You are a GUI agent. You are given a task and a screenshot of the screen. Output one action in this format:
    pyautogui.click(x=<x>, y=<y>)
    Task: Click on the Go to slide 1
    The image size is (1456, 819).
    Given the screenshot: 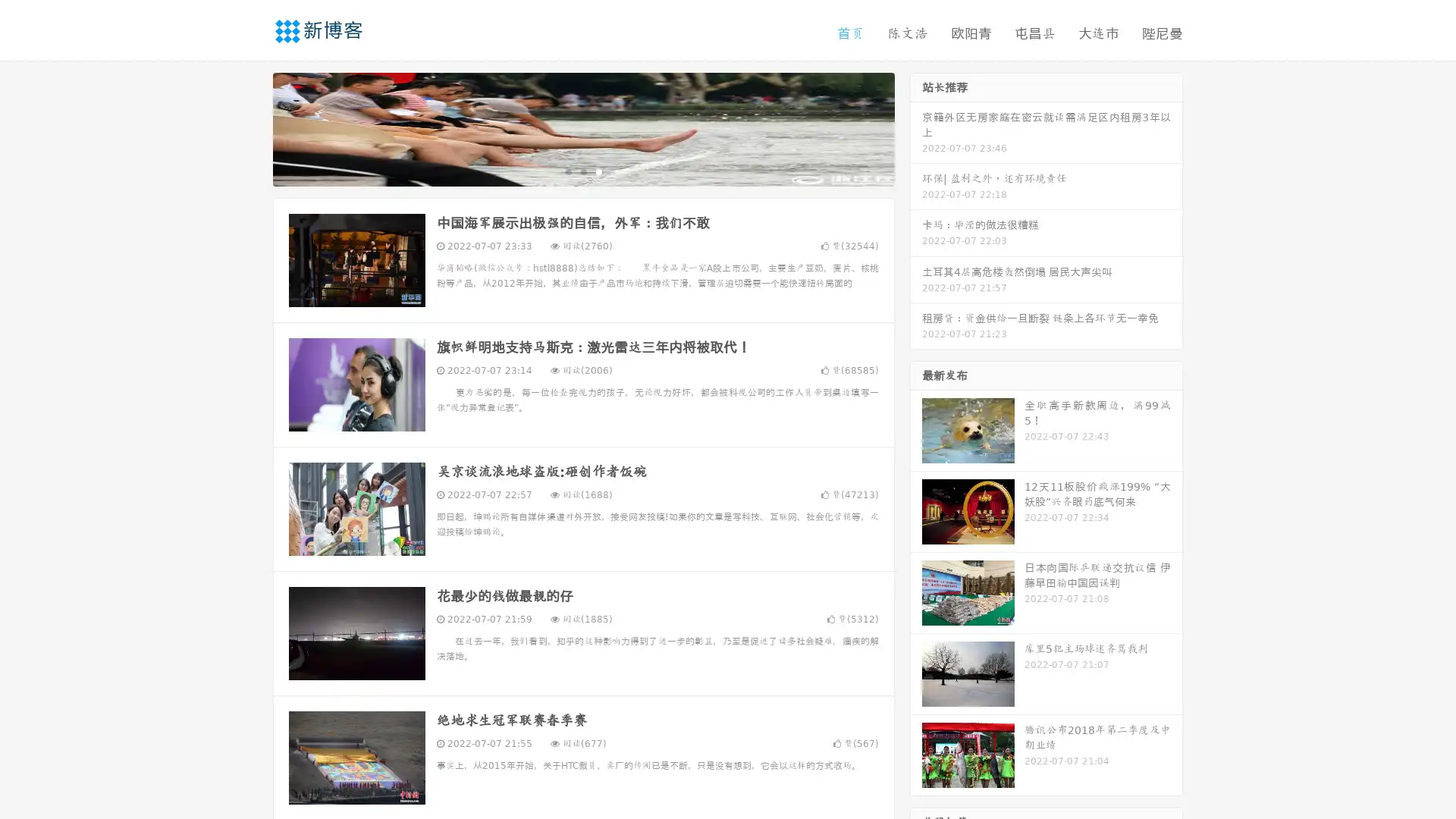 What is the action you would take?
    pyautogui.click(x=567, y=171)
    